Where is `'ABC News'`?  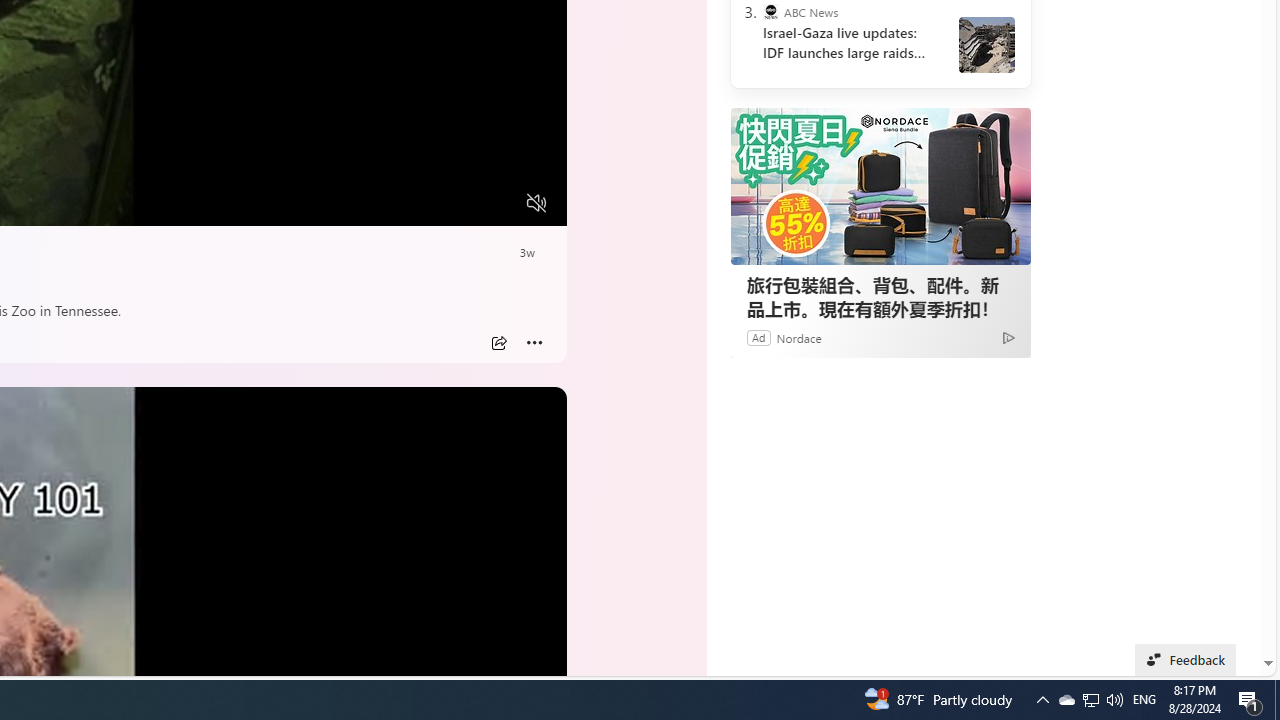 'ABC News' is located at coordinates (769, 12).